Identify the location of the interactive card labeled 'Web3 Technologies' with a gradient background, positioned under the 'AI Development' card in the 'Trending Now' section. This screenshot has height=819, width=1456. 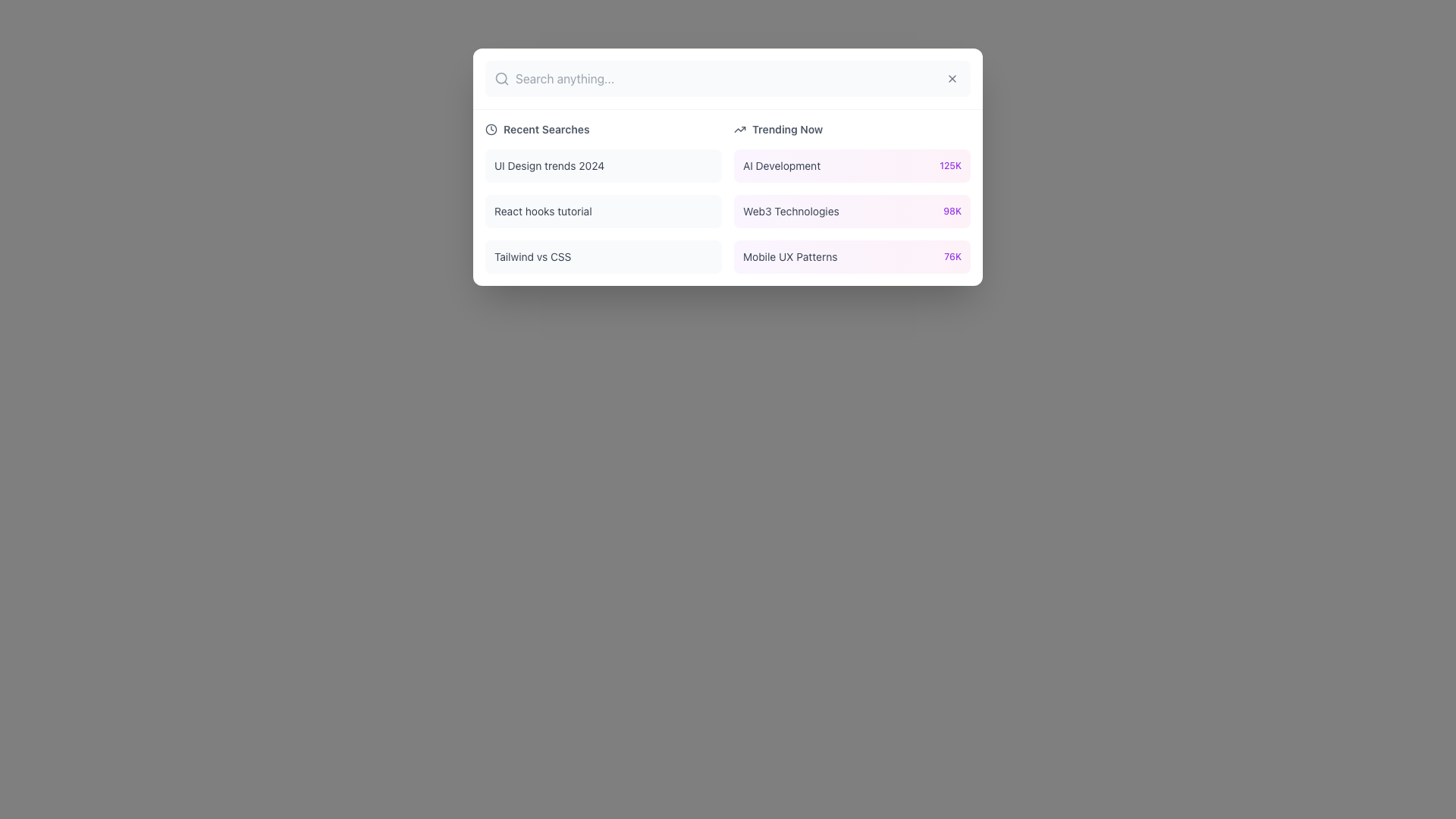
(852, 211).